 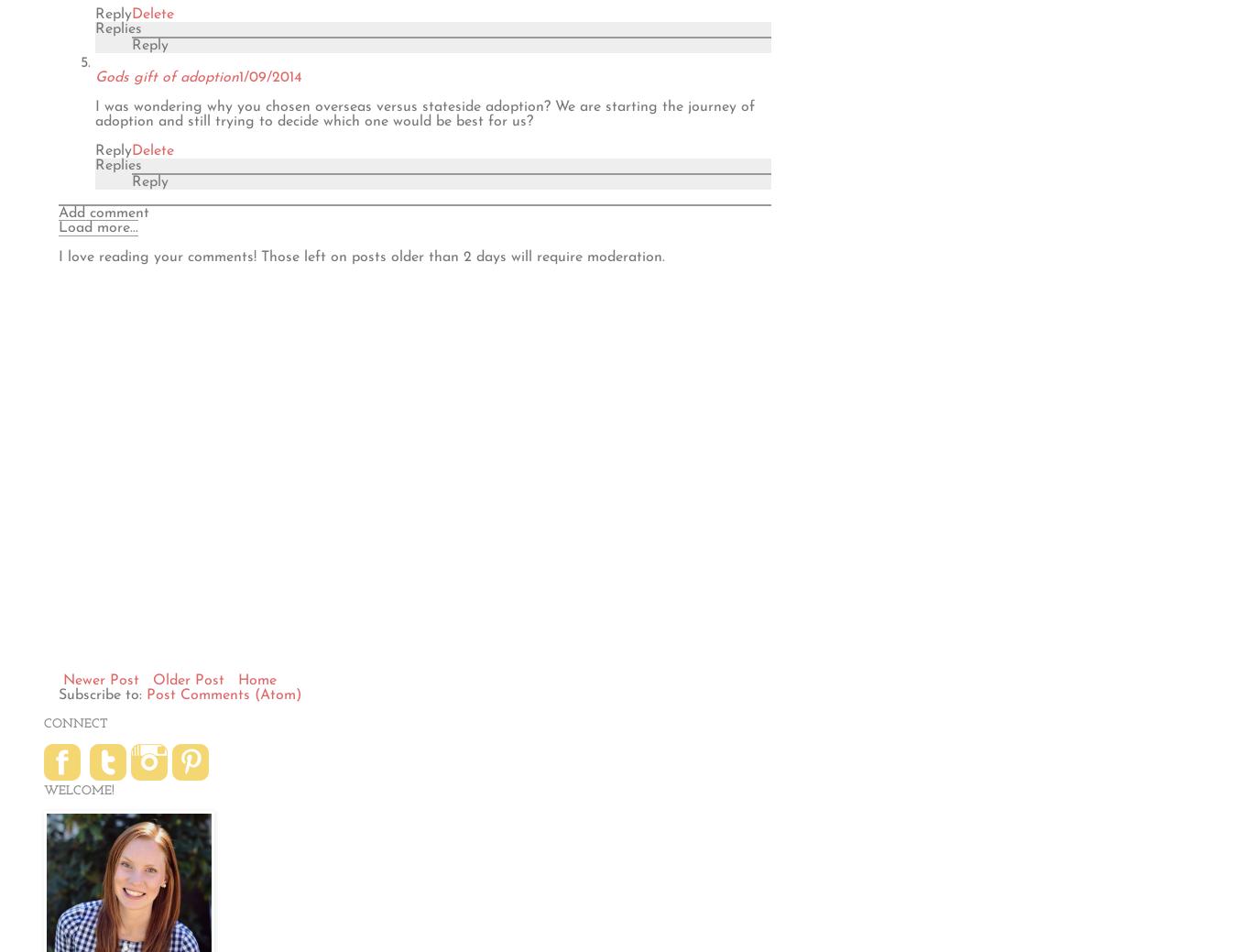 What do you see at coordinates (269, 75) in the screenshot?
I see `'1/09/2014'` at bounding box center [269, 75].